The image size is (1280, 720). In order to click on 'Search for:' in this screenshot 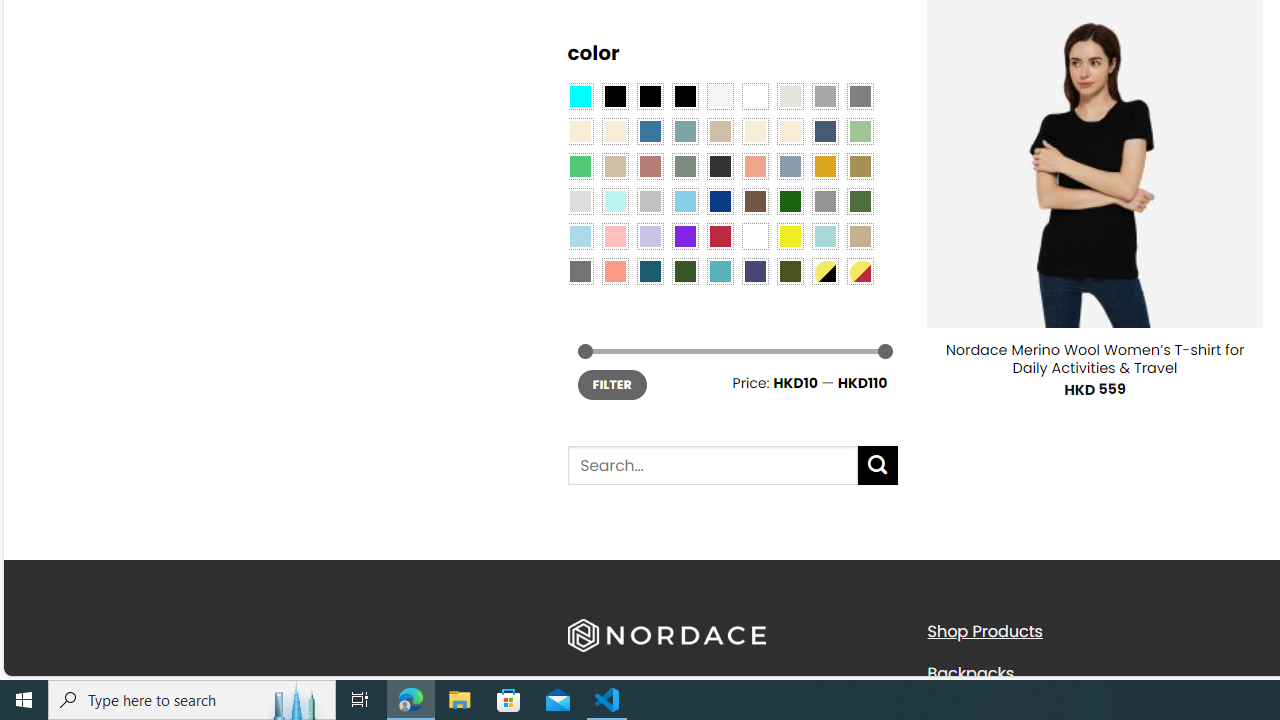, I will do `click(712, 465)`.